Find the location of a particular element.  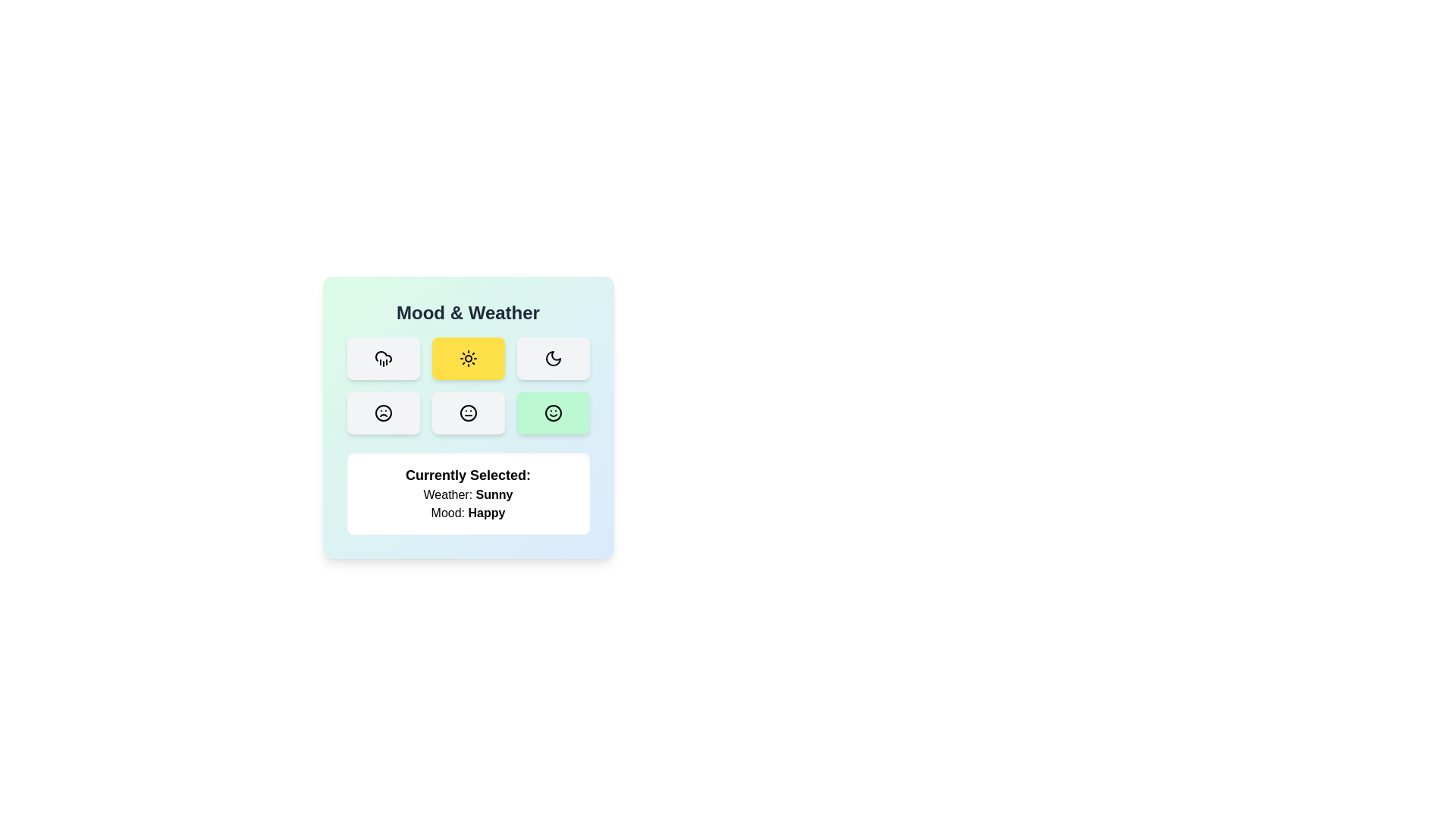

the 'Happy' mood button, which is the third button in the second row of the 'Mood & Weather' grid layout is located at coordinates (552, 413).